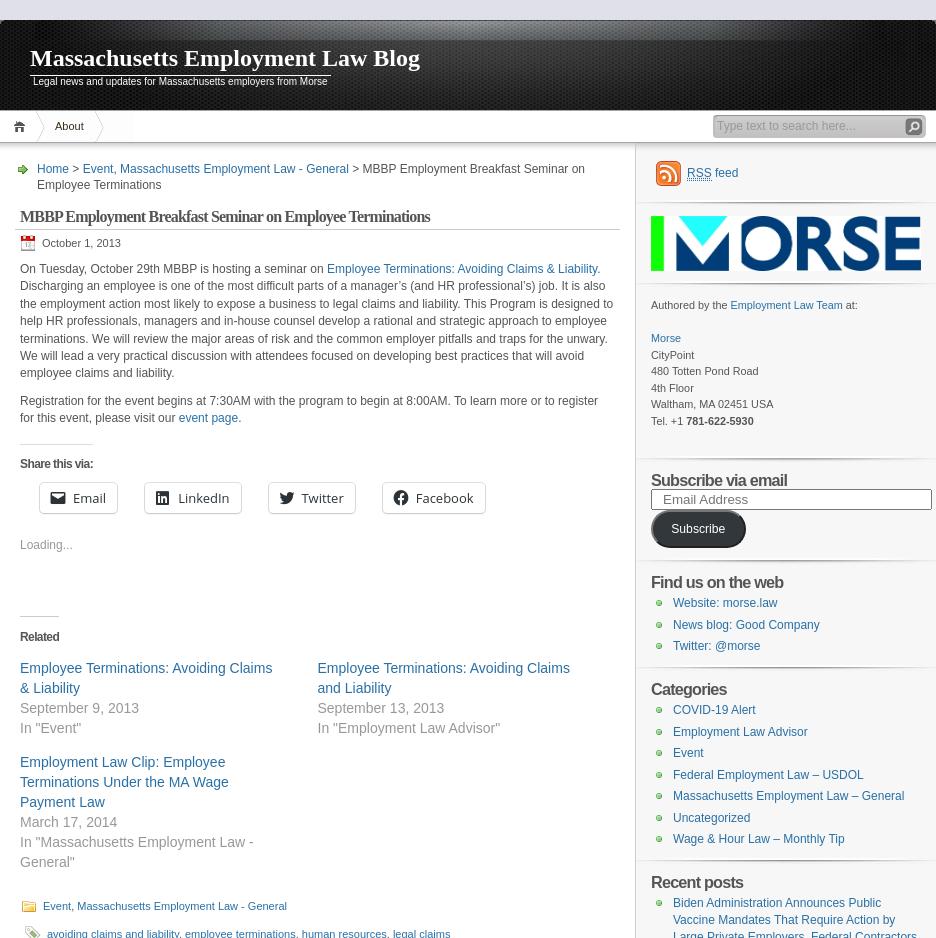 The height and width of the screenshot is (938, 936). What do you see at coordinates (711, 403) in the screenshot?
I see `'Waltham, MA 02451  USA'` at bounding box center [711, 403].